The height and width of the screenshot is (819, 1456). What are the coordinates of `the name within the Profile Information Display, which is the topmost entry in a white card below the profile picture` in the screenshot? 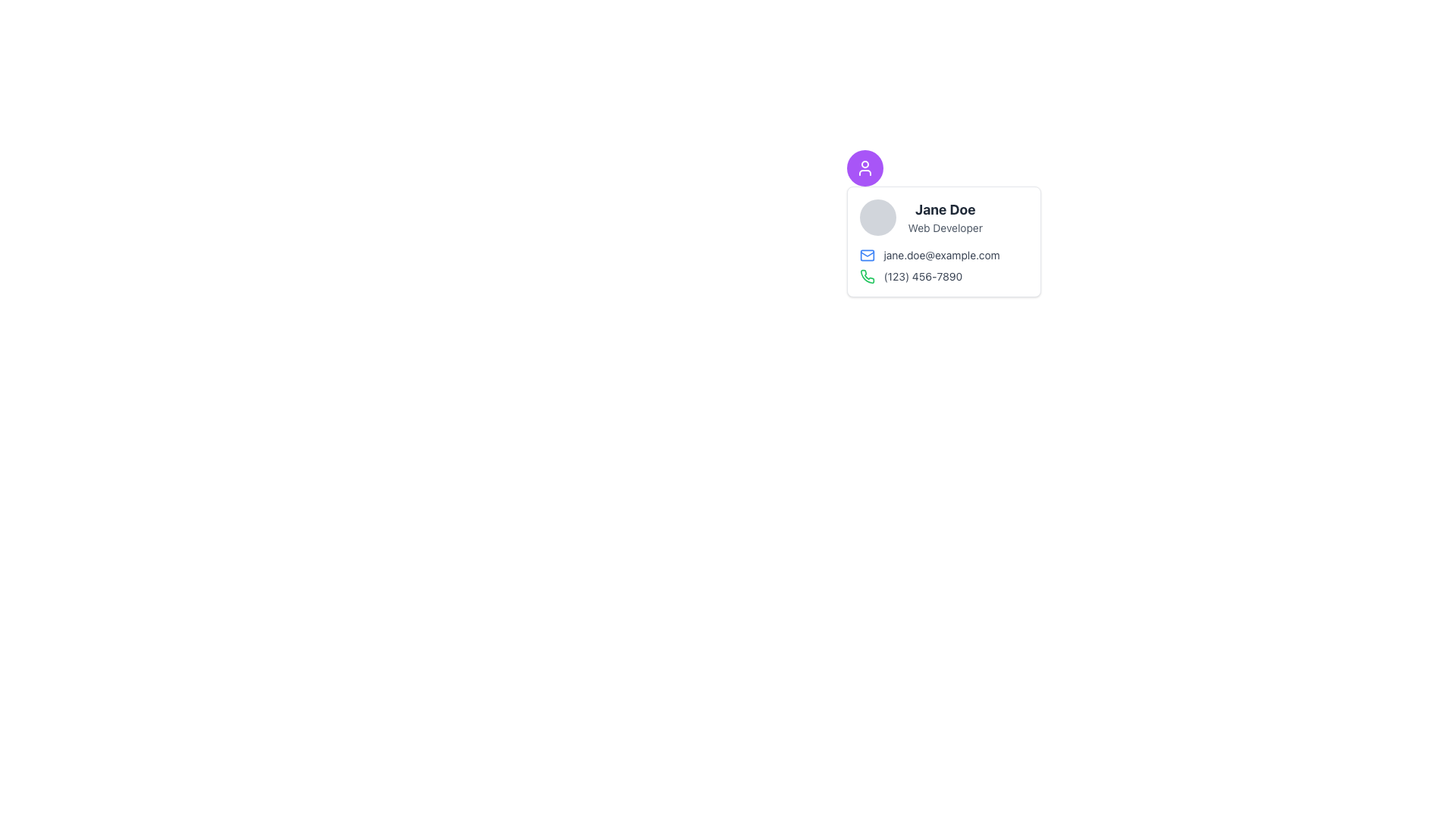 It's located at (943, 217).